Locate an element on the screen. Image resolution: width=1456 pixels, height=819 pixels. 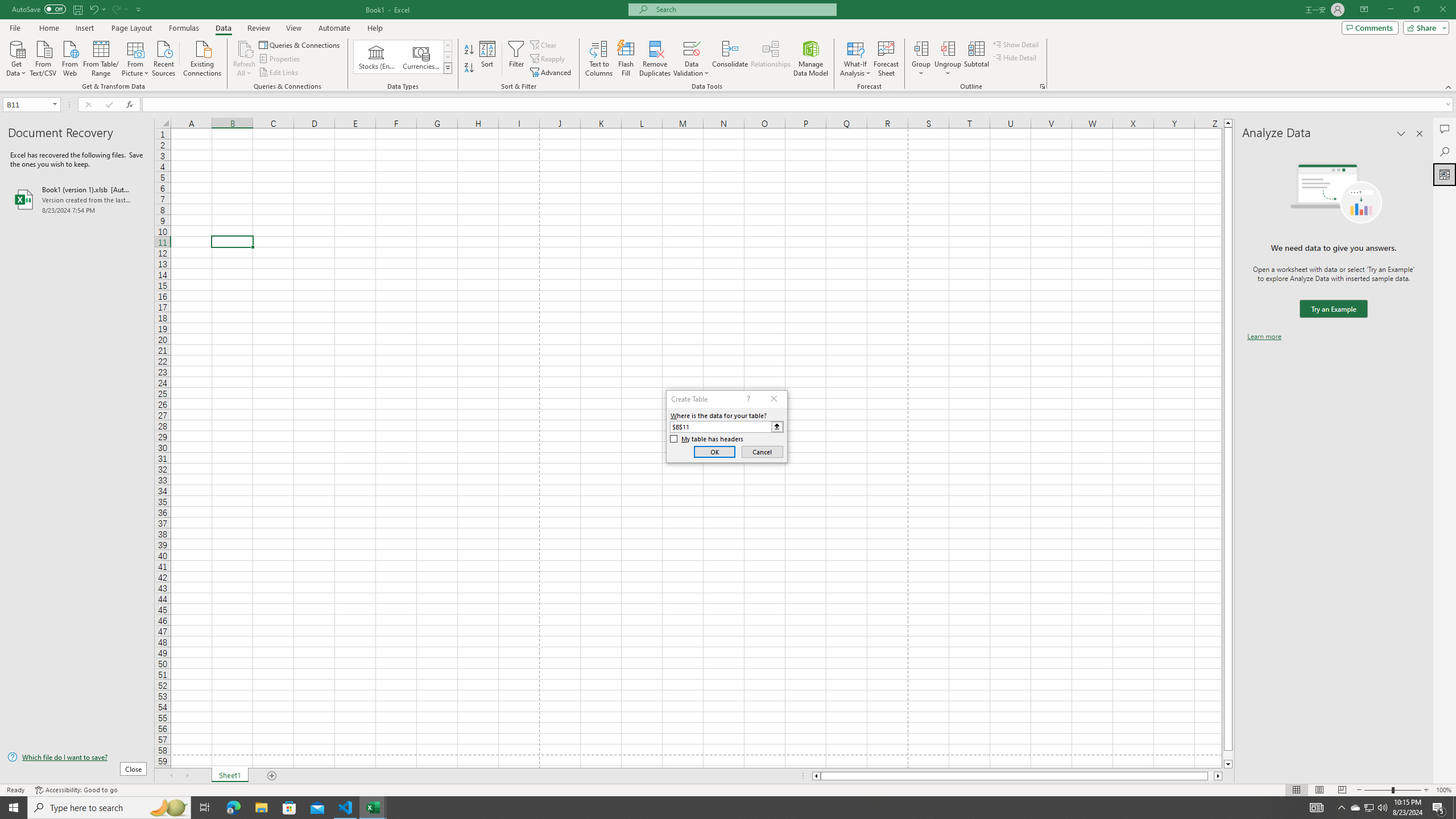
'Reapply' is located at coordinates (549, 59).